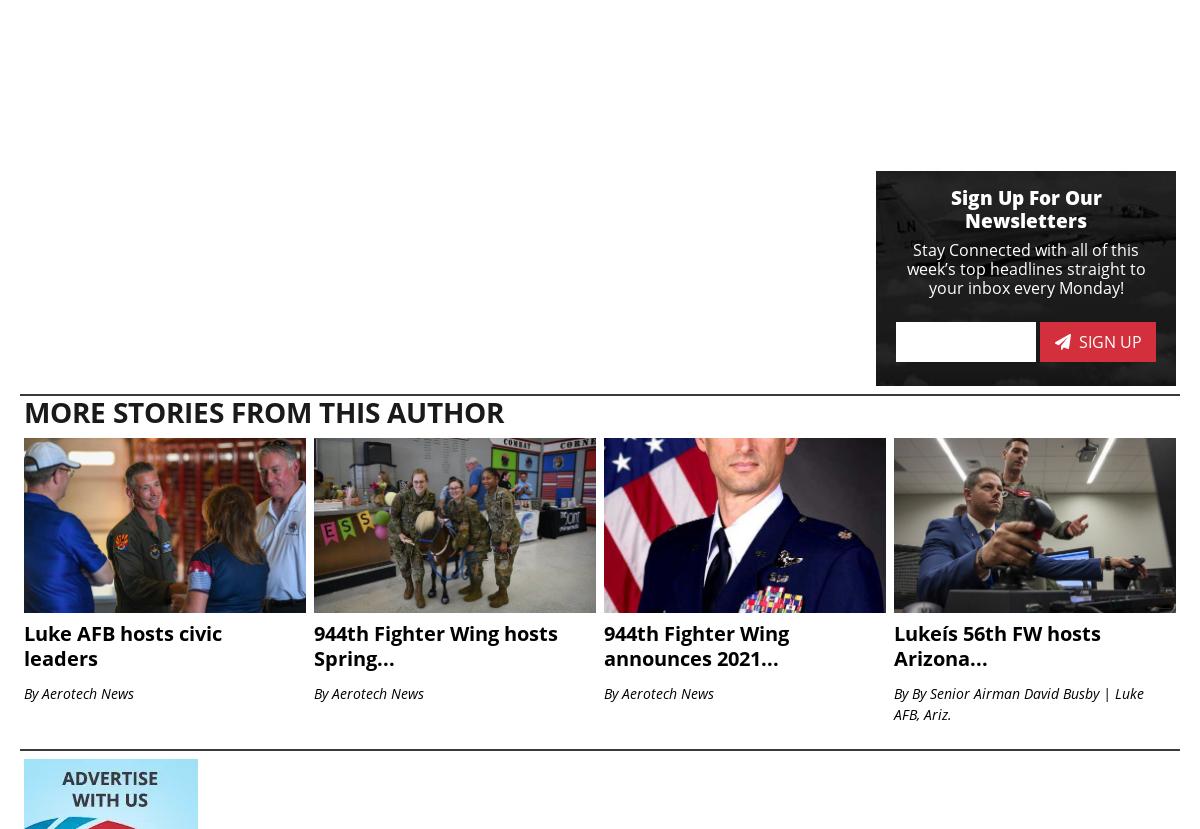 Image resolution: width=1200 pixels, height=829 pixels. I want to click on 'More Stories From This Author', so click(24, 412).